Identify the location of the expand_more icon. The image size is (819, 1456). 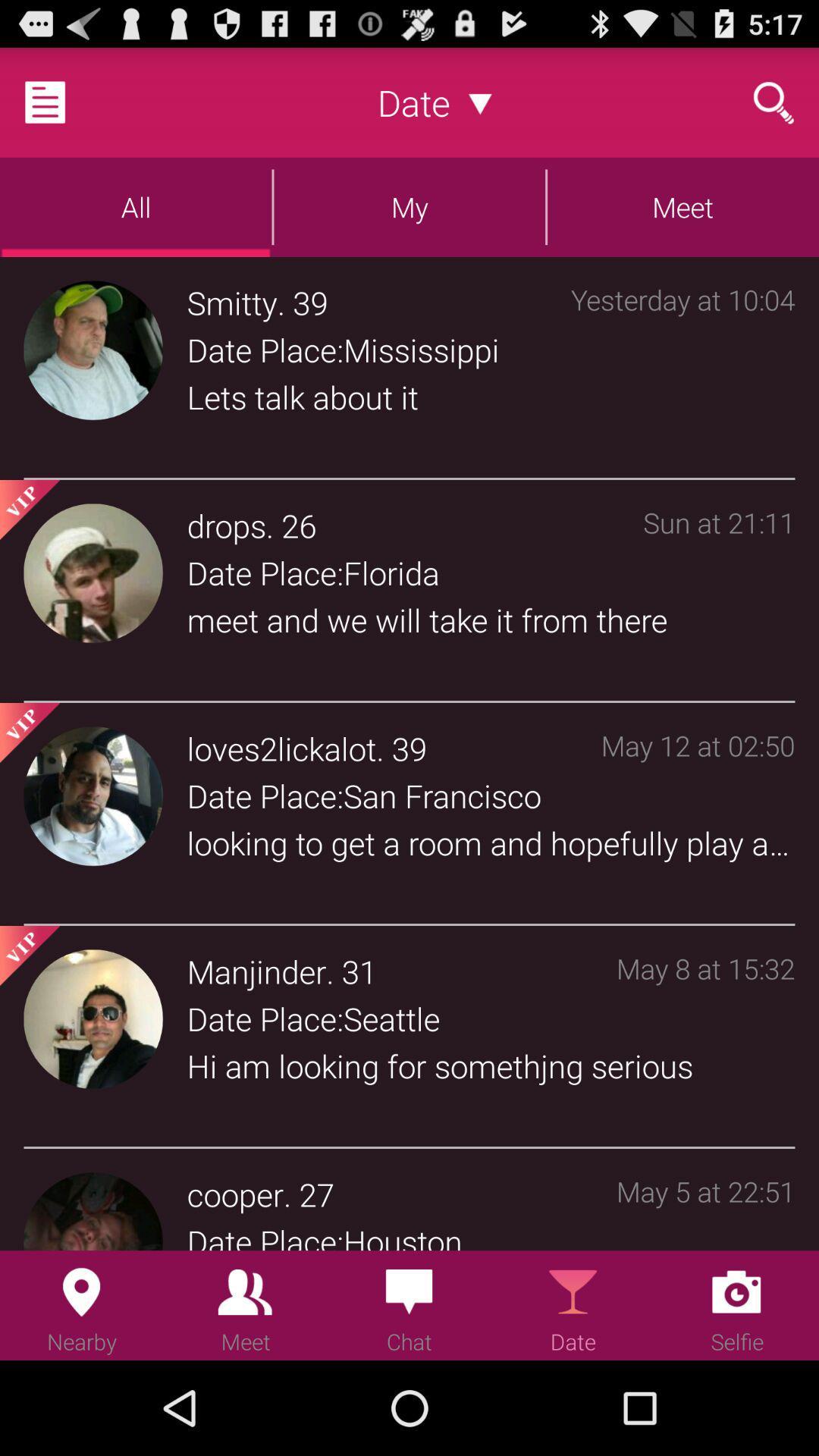
(480, 108).